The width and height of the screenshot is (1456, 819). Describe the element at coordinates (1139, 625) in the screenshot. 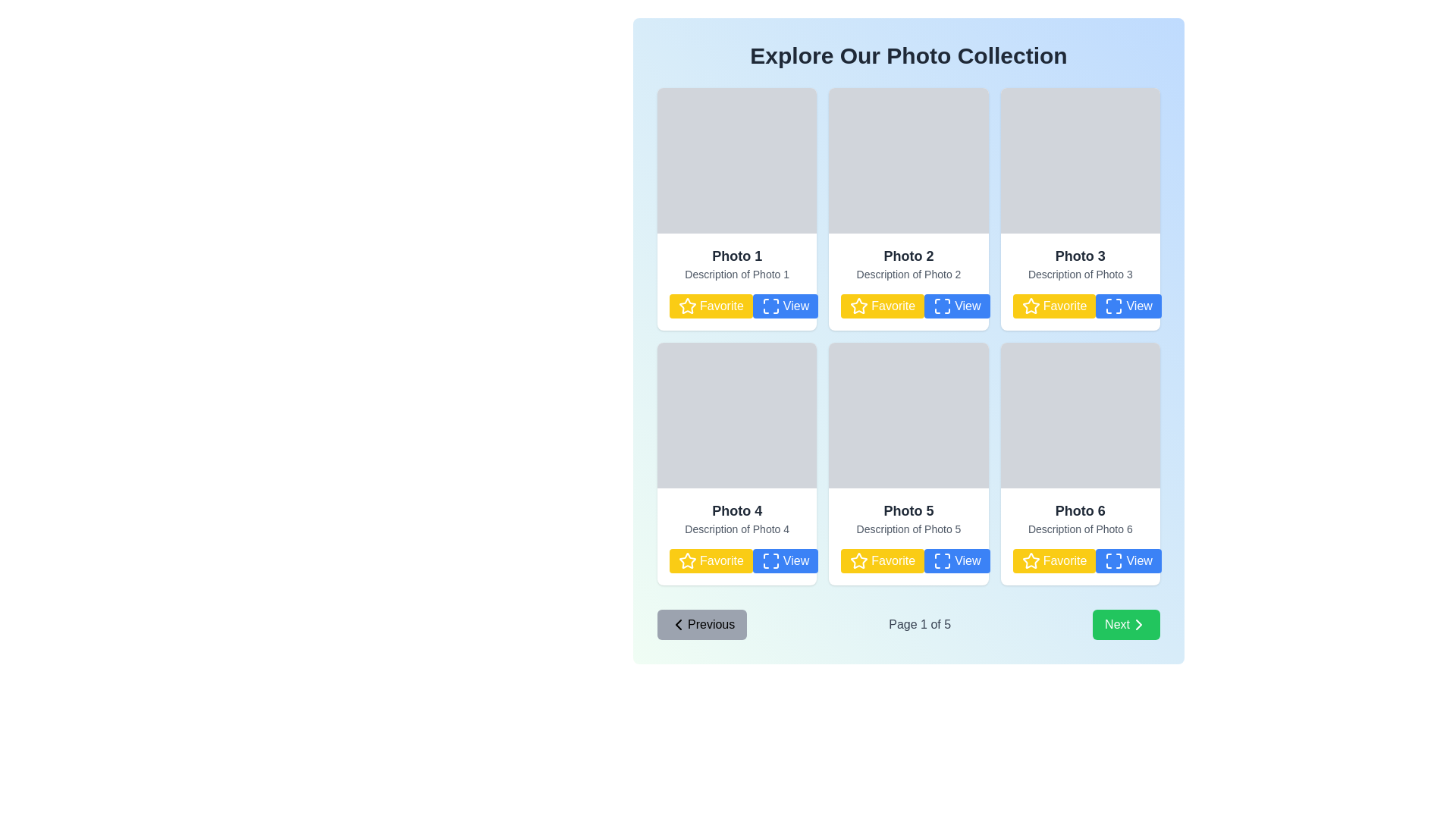

I see `the rightward-pointing chevron icon located within the green 'Next' button at the bottom right of the interface` at that location.